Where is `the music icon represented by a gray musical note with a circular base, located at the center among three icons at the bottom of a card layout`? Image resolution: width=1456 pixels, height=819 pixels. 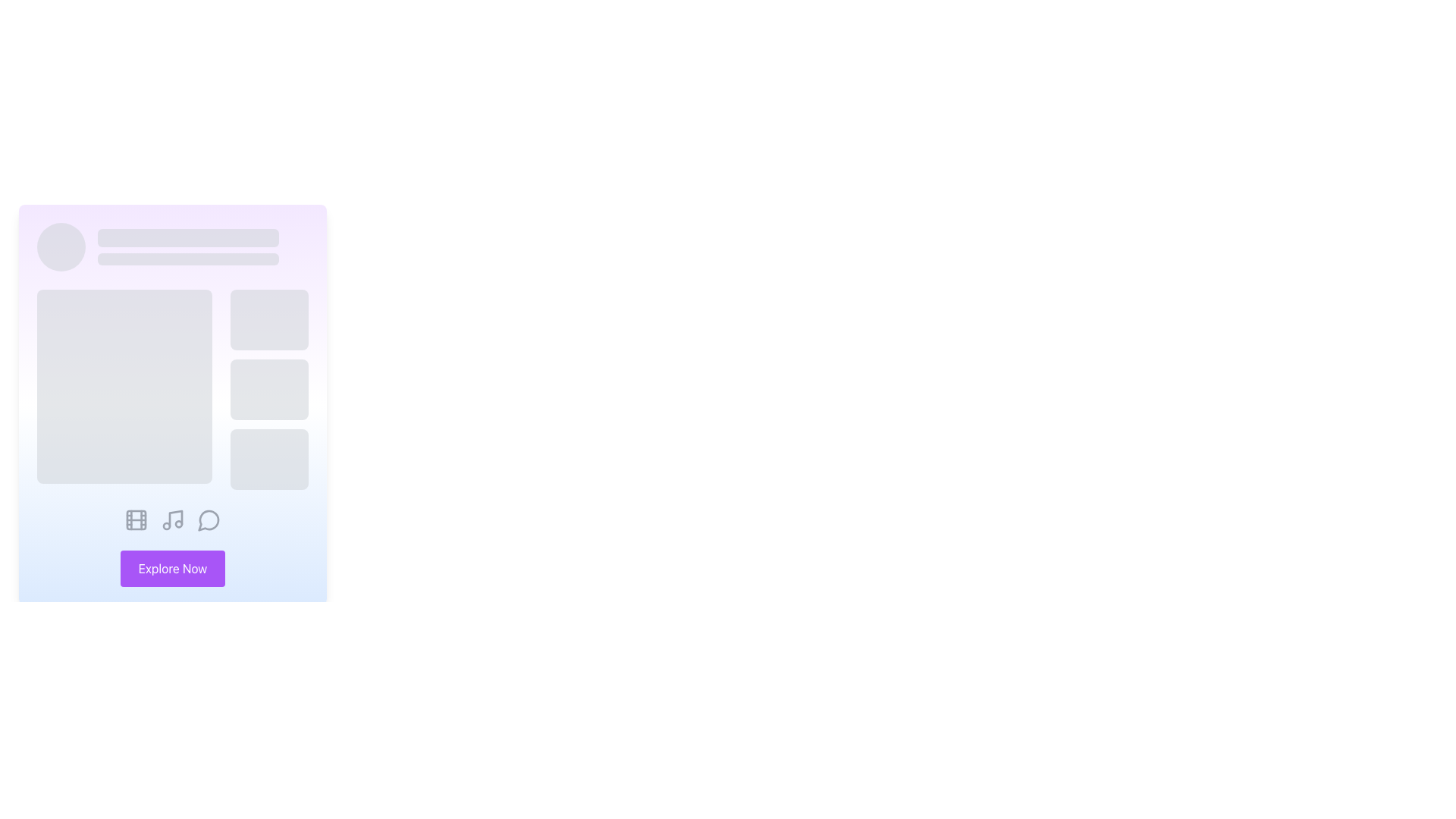
the music icon represented by a gray musical note with a circular base, located at the center among three icons at the bottom of a card layout is located at coordinates (172, 519).